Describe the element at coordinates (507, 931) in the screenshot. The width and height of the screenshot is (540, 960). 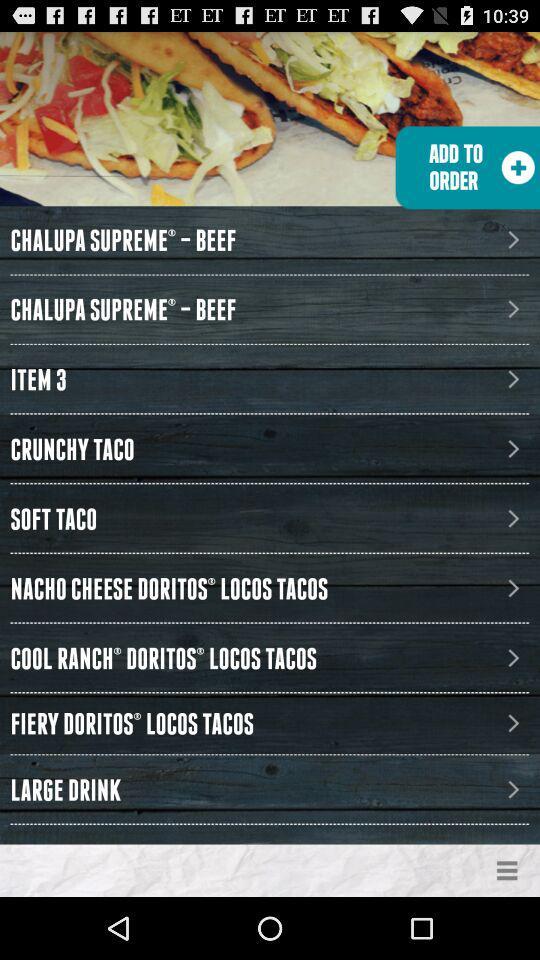
I see `the menu icon` at that location.